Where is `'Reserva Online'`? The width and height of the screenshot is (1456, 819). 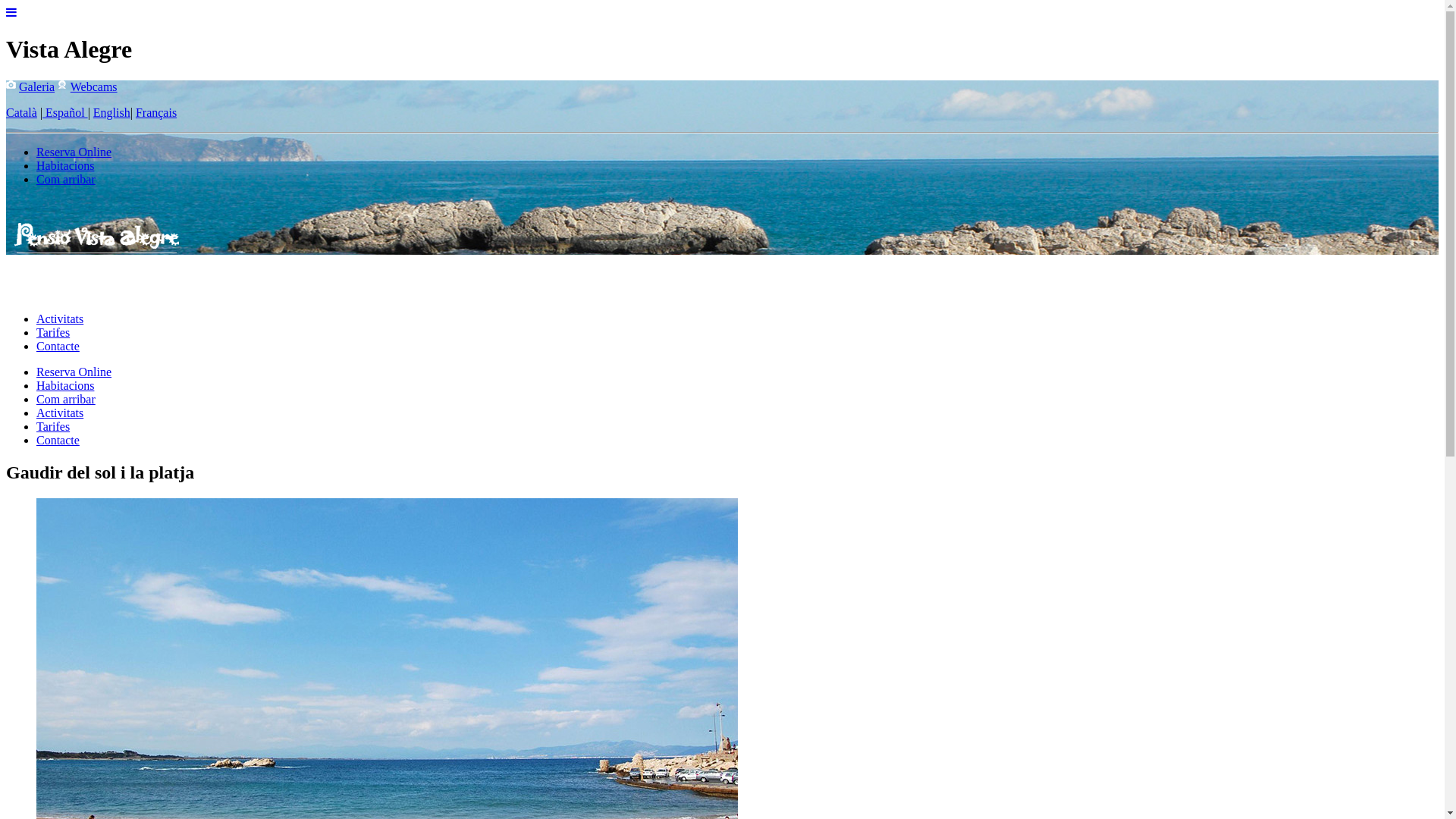 'Reserva Online' is located at coordinates (36, 372).